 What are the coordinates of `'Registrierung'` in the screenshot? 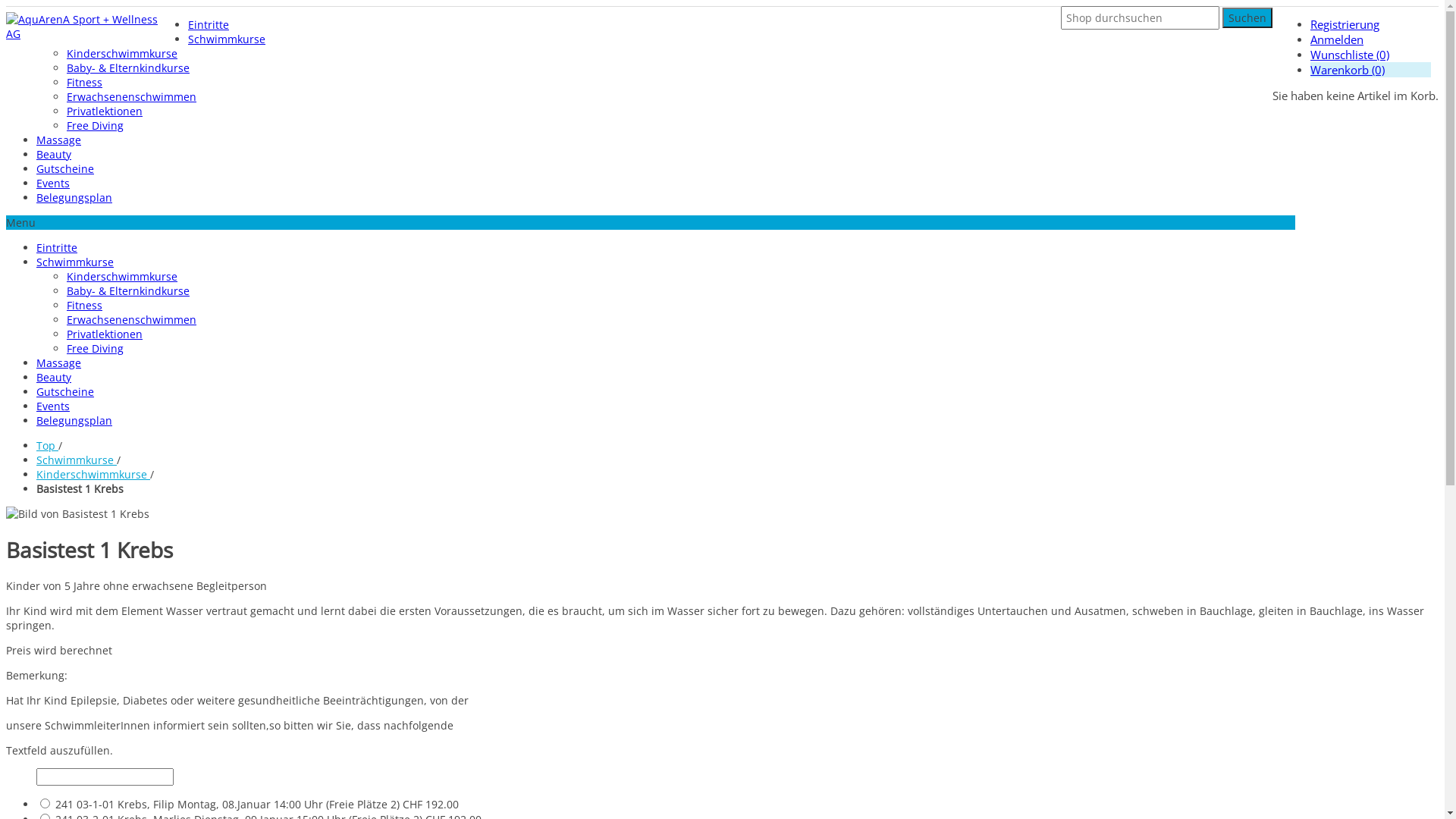 It's located at (1345, 24).